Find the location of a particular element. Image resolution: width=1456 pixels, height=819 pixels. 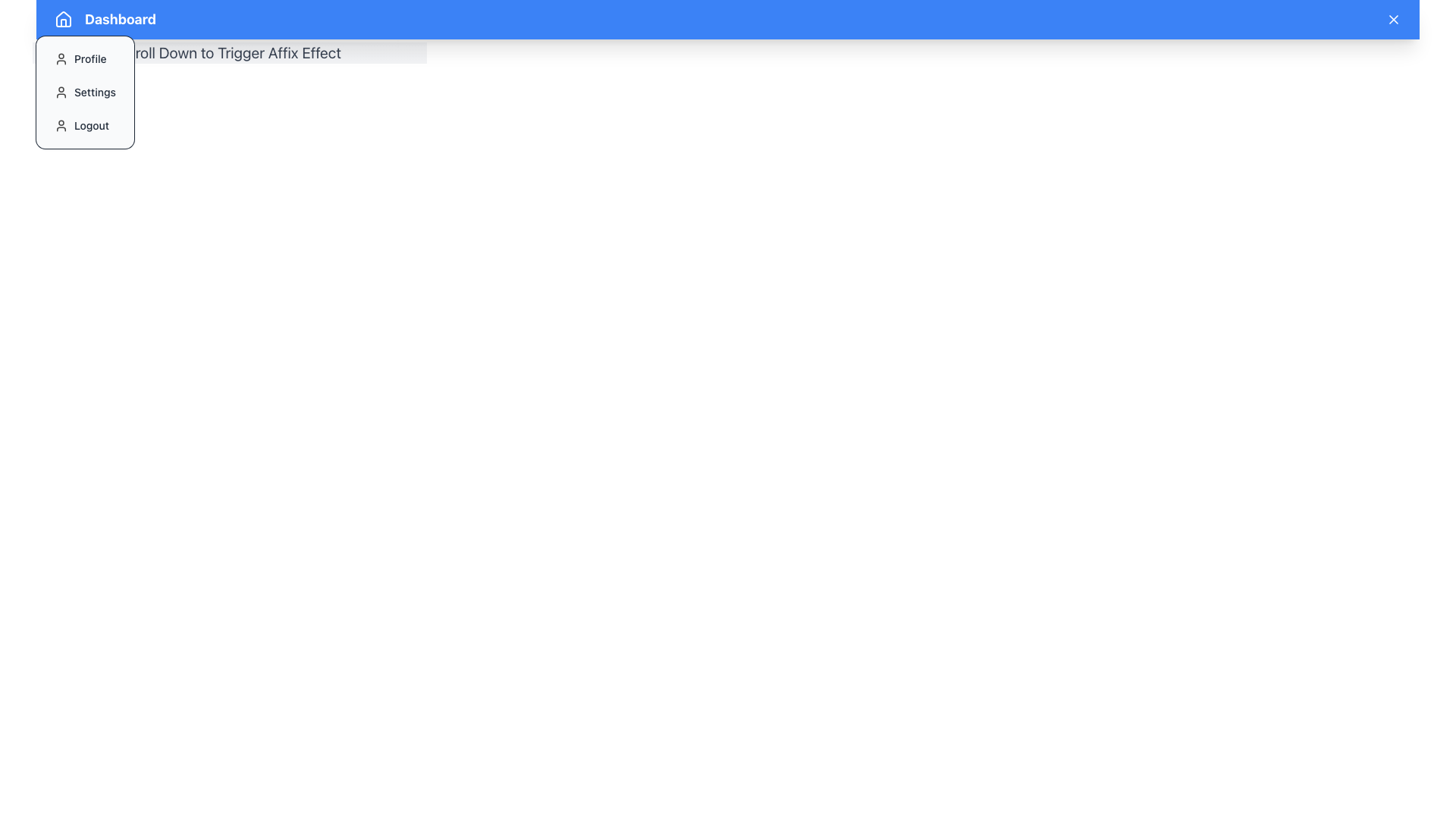

the 'Profile' list item, which is the topmost item in the vertical group containing 'Profile', 'Settings', and 'Logout'. It has a user profile icon and a light hover effect is located at coordinates (84, 58).